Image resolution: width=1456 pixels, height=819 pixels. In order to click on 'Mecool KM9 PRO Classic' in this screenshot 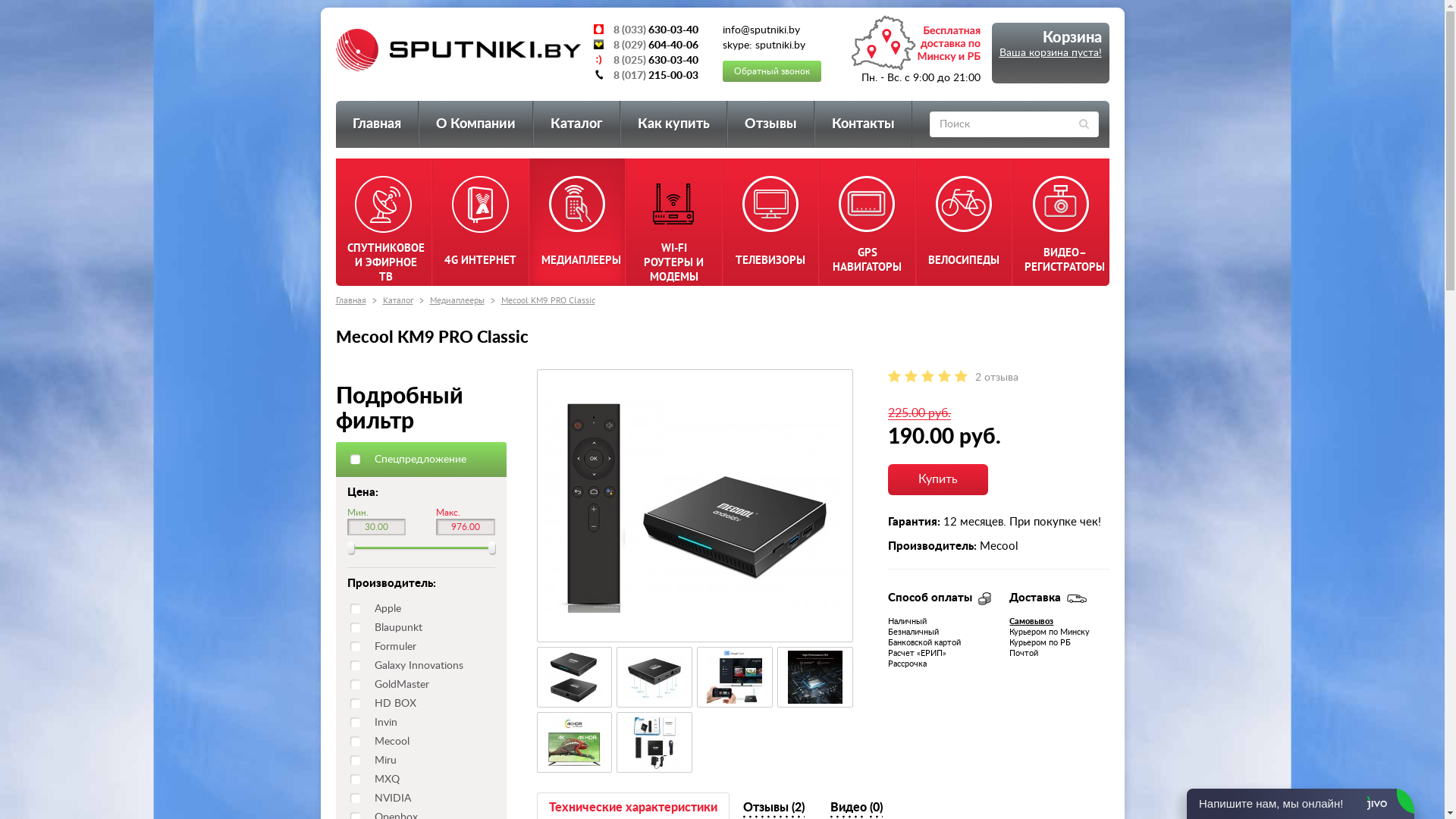, I will do `click(546, 300)`.